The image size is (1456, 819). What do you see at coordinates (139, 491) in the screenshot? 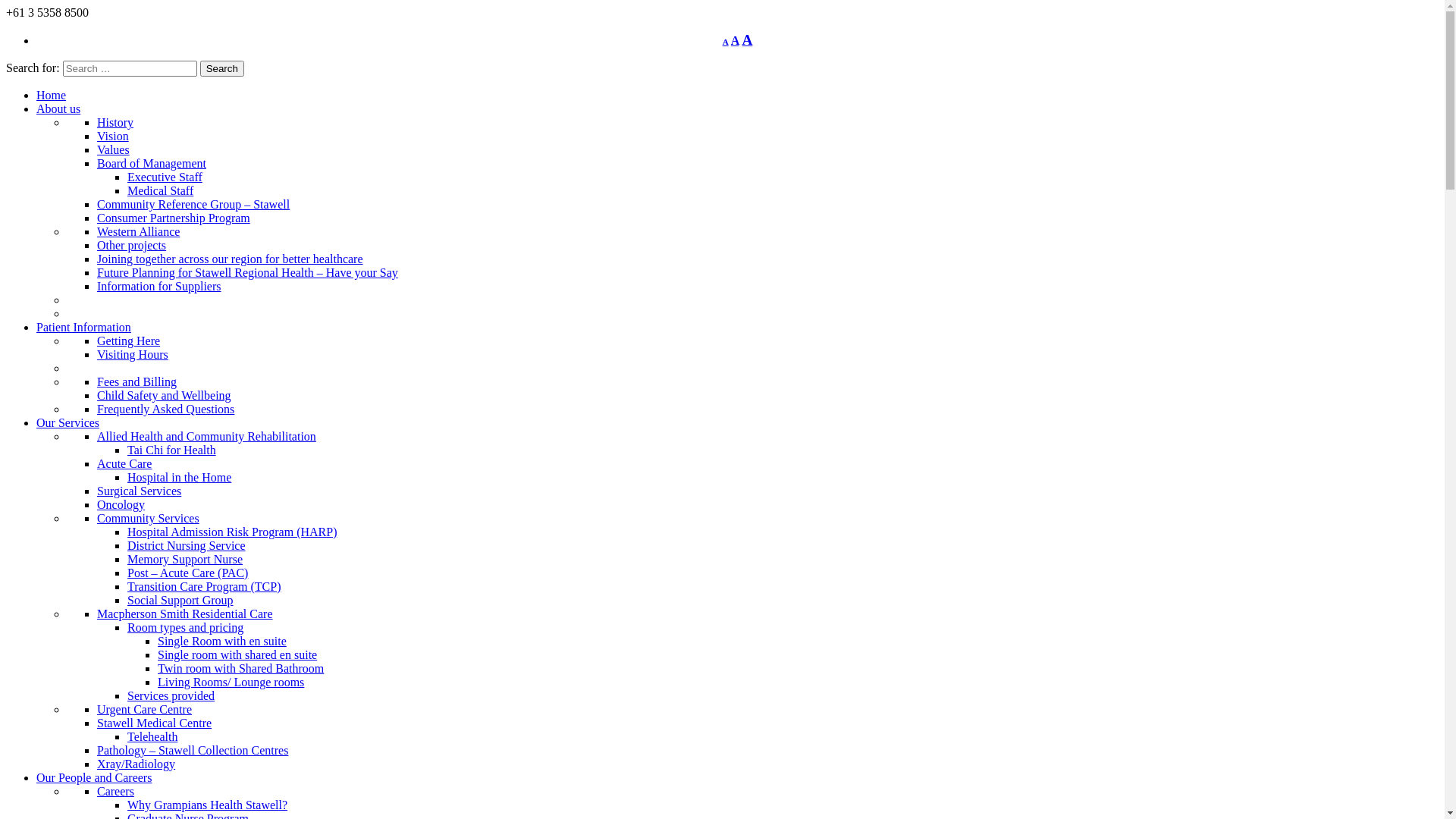
I see `'Surgical Services'` at bounding box center [139, 491].